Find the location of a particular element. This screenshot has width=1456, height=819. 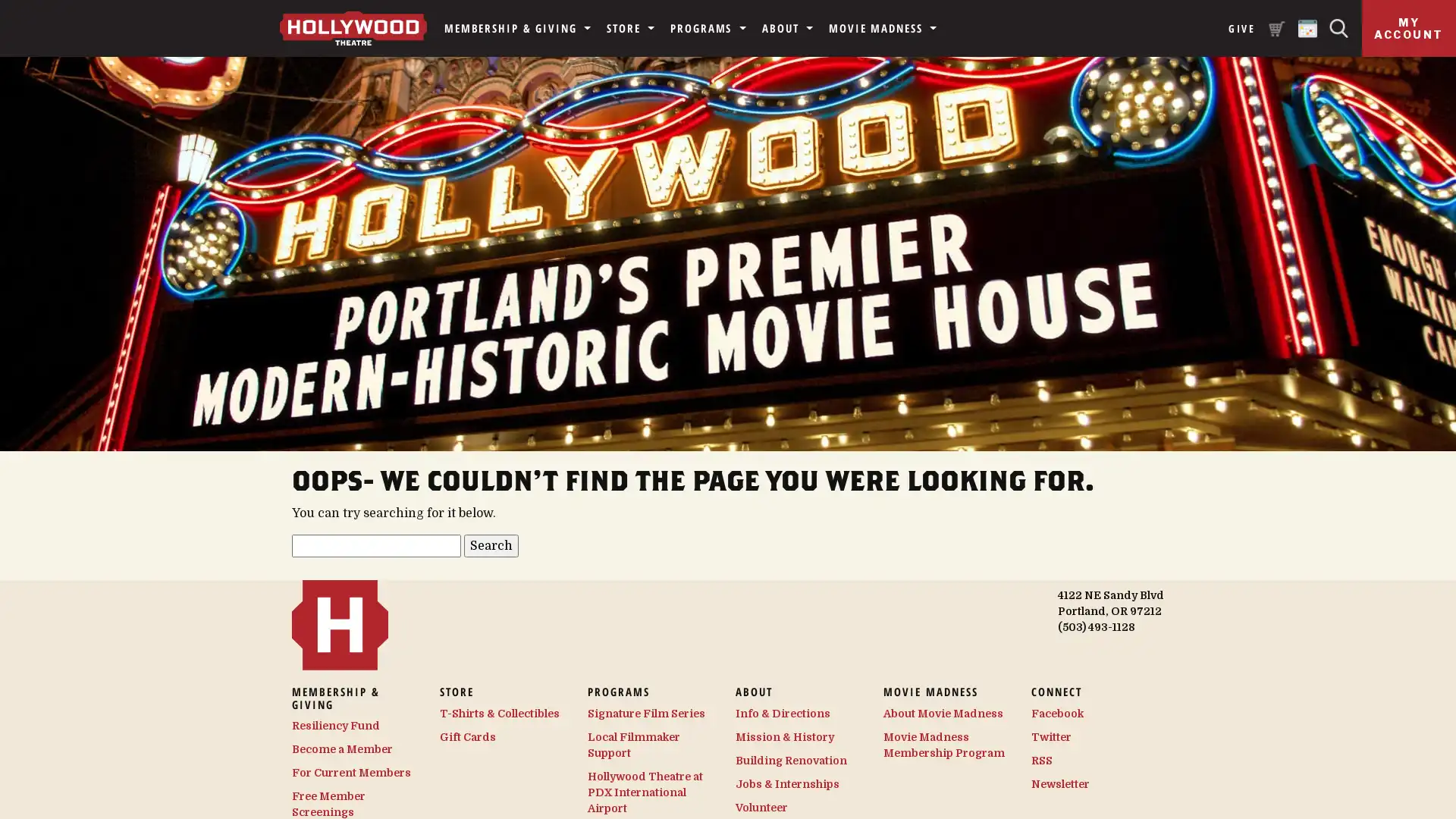

MOVIE MADNESS is located at coordinates (882, 28).